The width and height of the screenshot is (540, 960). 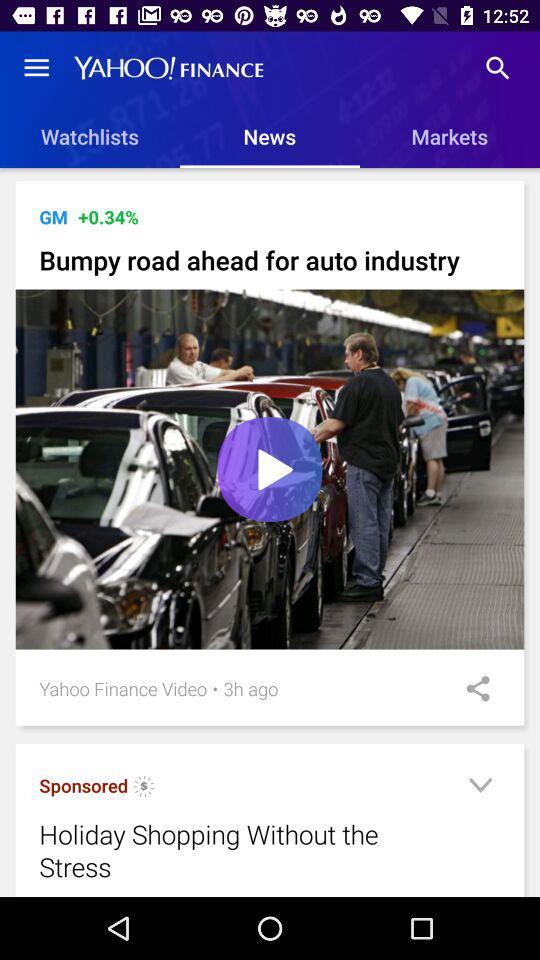 What do you see at coordinates (214, 688) in the screenshot?
I see `the icon to the left of the 3h ago` at bounding box center [214, 688].